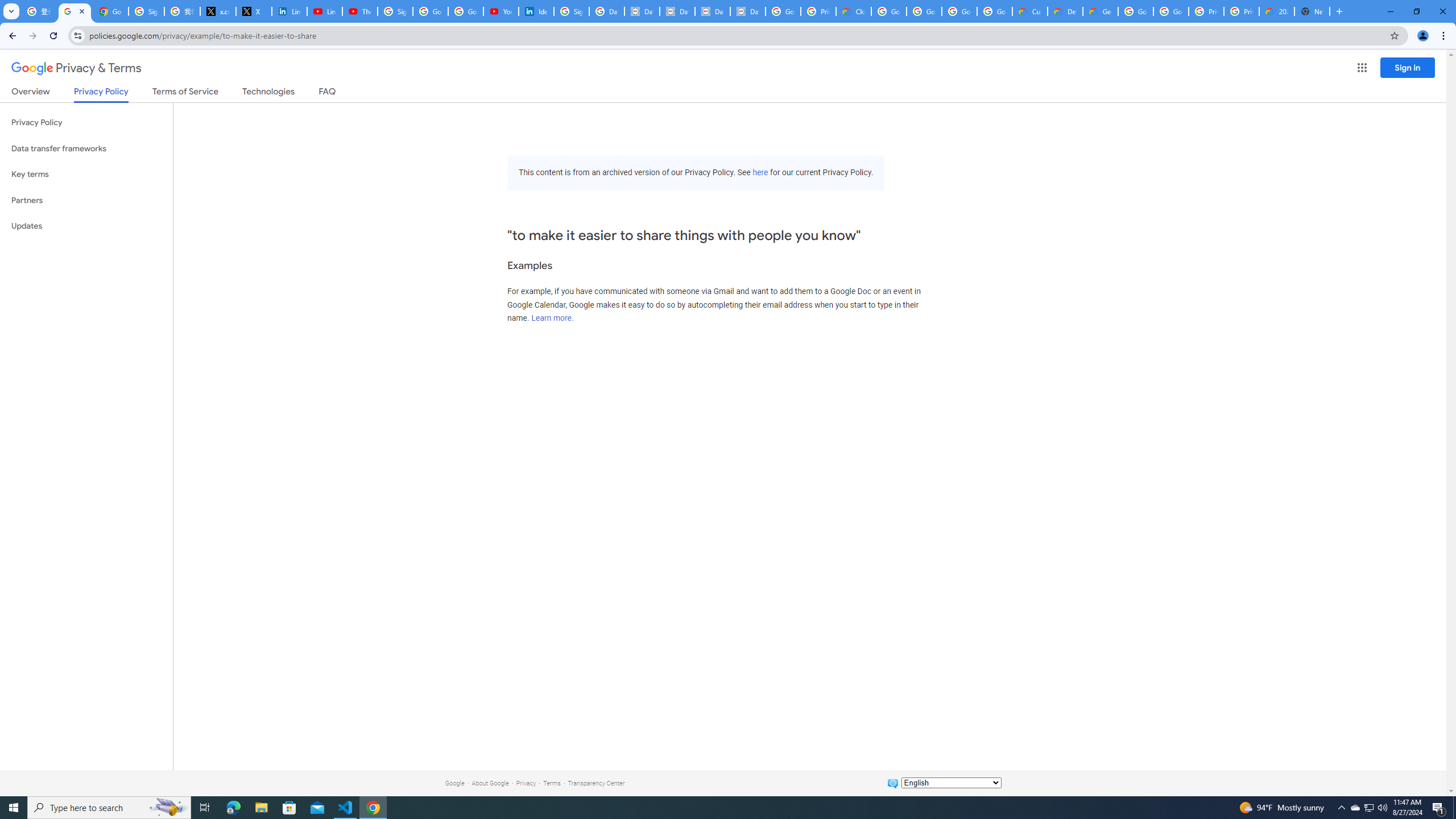 The width and height of the screenshot is (1456, 819). Describe the element at coordinates (454, 783) in the screenshot. I see `'Google'` at that location.